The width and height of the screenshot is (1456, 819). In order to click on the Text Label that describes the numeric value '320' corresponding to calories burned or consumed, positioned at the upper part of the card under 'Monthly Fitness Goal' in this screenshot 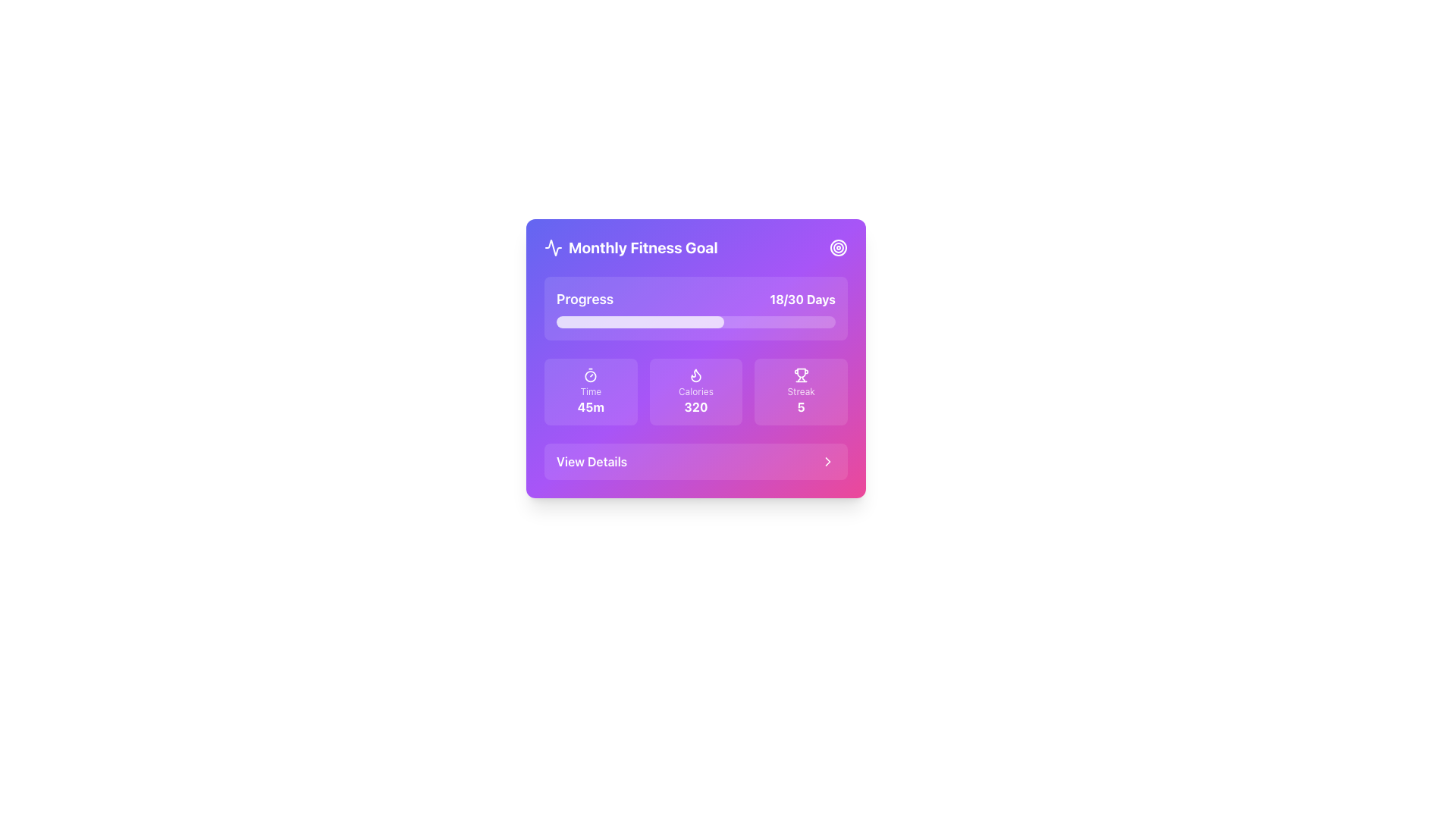, I will do `click(695, 391)`.